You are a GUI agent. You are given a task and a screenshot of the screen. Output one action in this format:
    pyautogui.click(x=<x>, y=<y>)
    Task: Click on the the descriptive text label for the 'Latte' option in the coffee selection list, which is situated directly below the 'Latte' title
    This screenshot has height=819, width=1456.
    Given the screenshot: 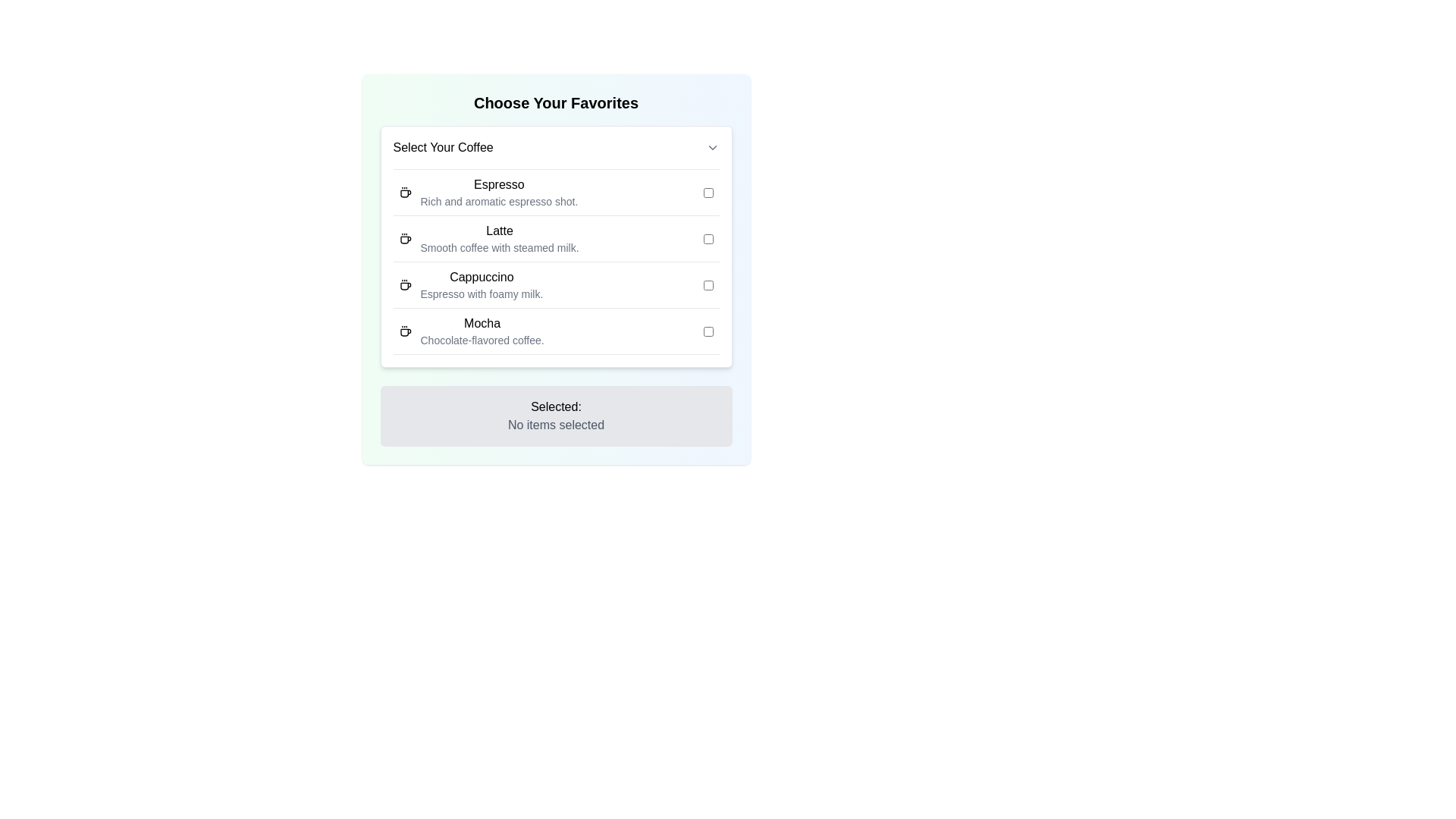 What is the action you would take?
    pyautogui.click(x=499, y=247)
    